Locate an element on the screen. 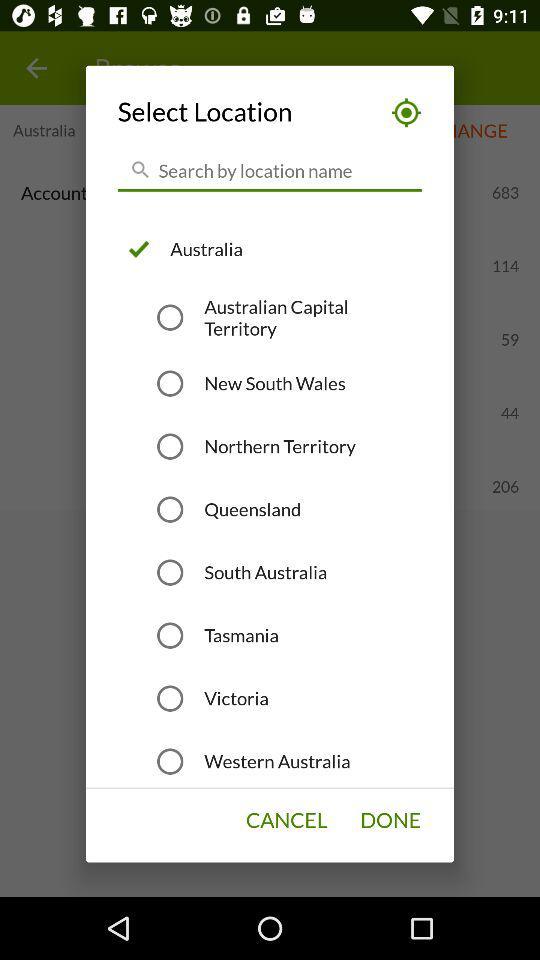 Image resolution: width=540 pixels, height=960 pixels. the item above the northern territory is located at coordinates (274, 382).